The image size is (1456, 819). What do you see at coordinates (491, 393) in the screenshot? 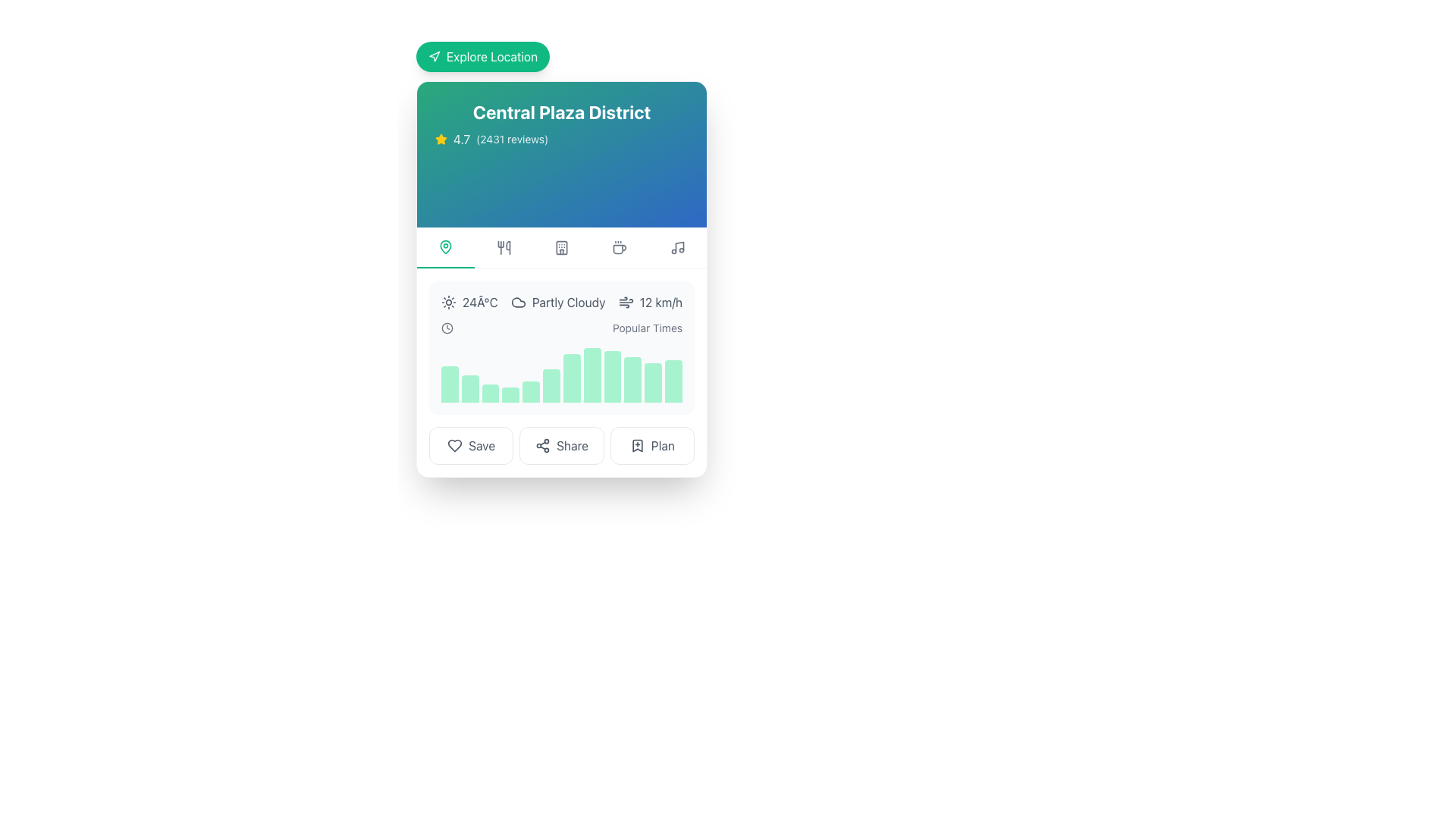
I see `value of the third bar in the 'Popular Times' bar graph, which indicates a specific data point related to its magnitude` at bounding box center [491, 393].